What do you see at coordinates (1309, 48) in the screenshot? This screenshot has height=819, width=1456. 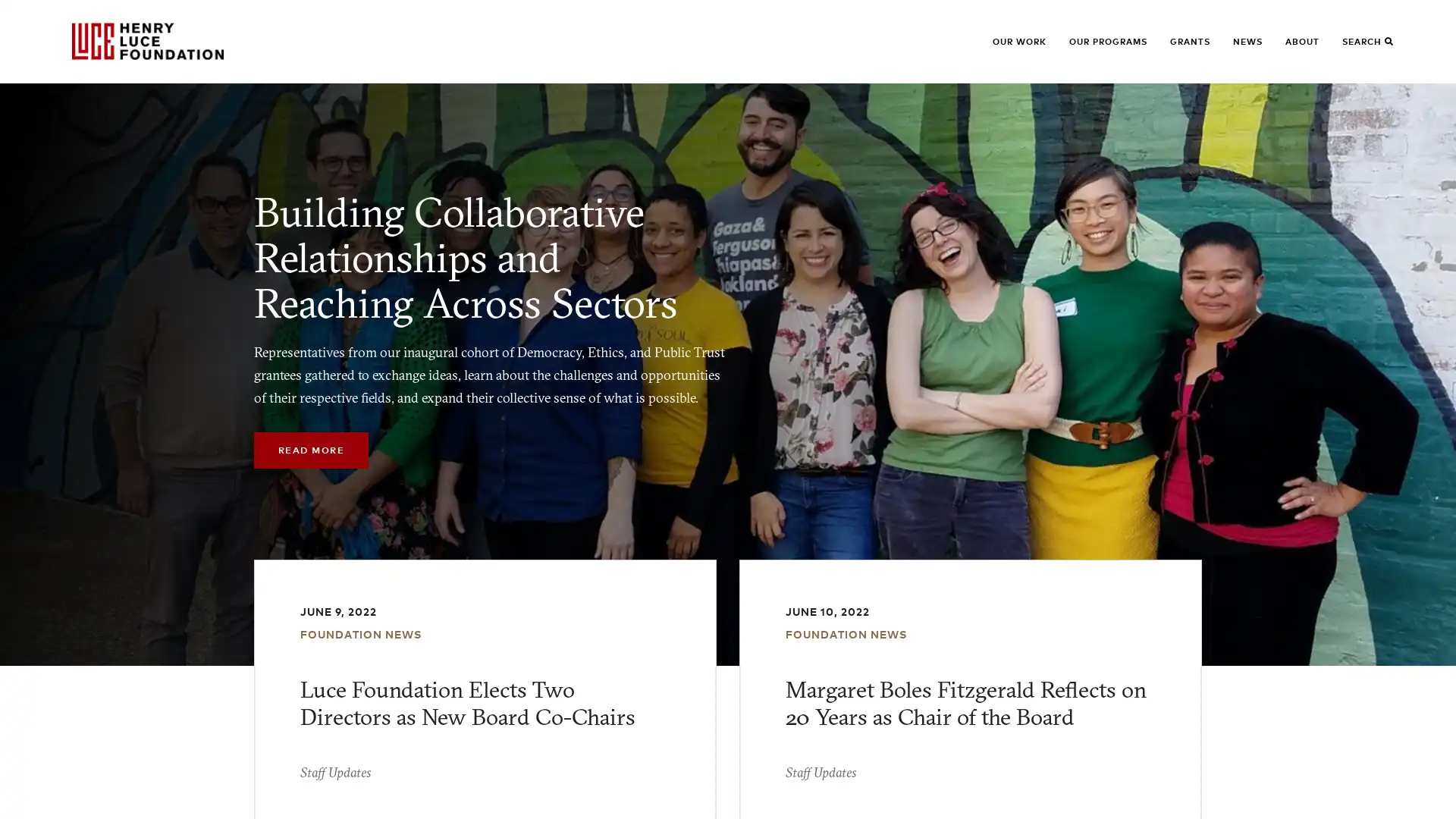 I see `SHOW SUBMENU FOR ABOUT` at bounding box center [1309, 48].